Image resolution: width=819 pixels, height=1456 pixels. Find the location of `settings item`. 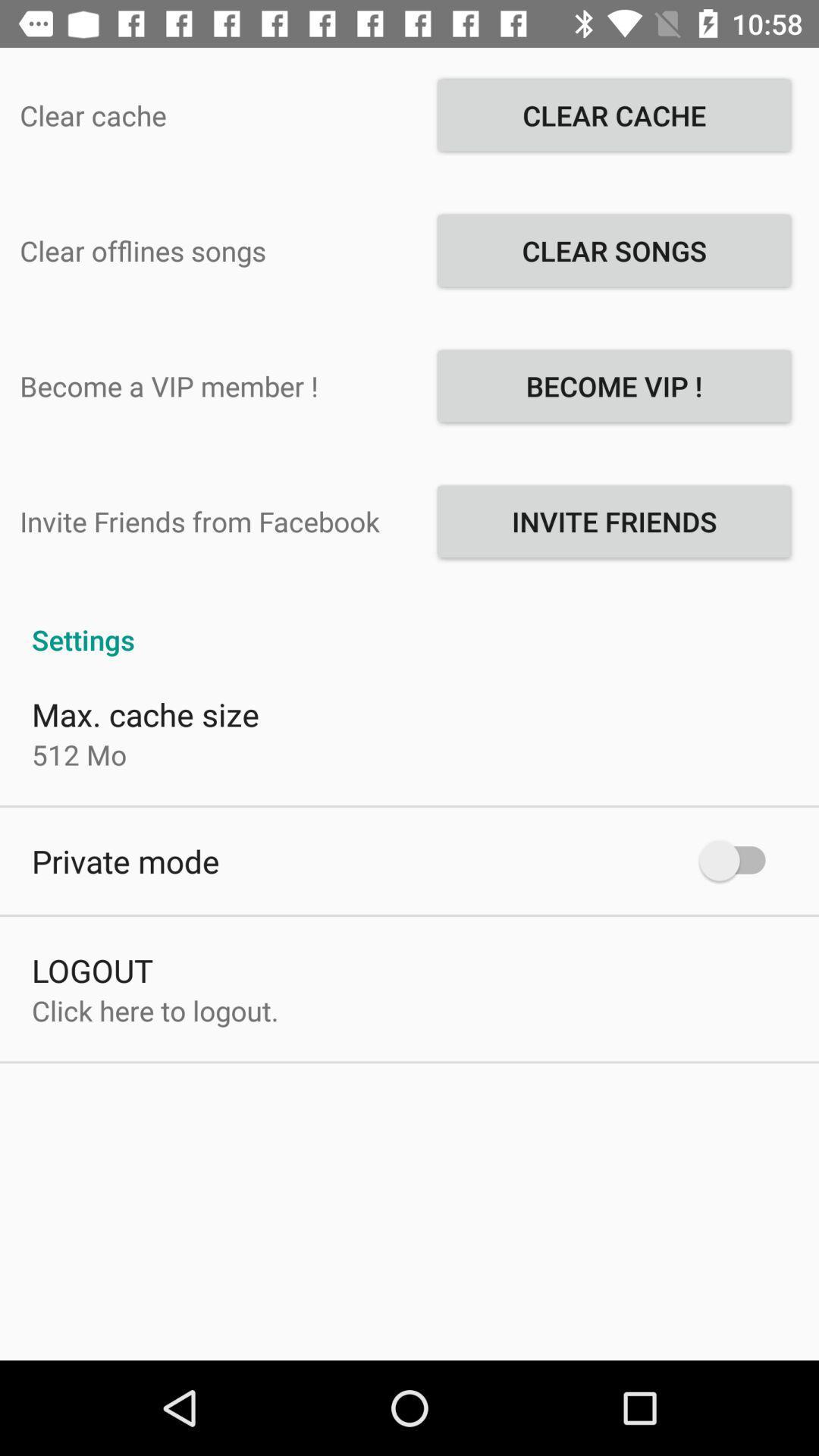

settings item is located at coordinates (409, 623).